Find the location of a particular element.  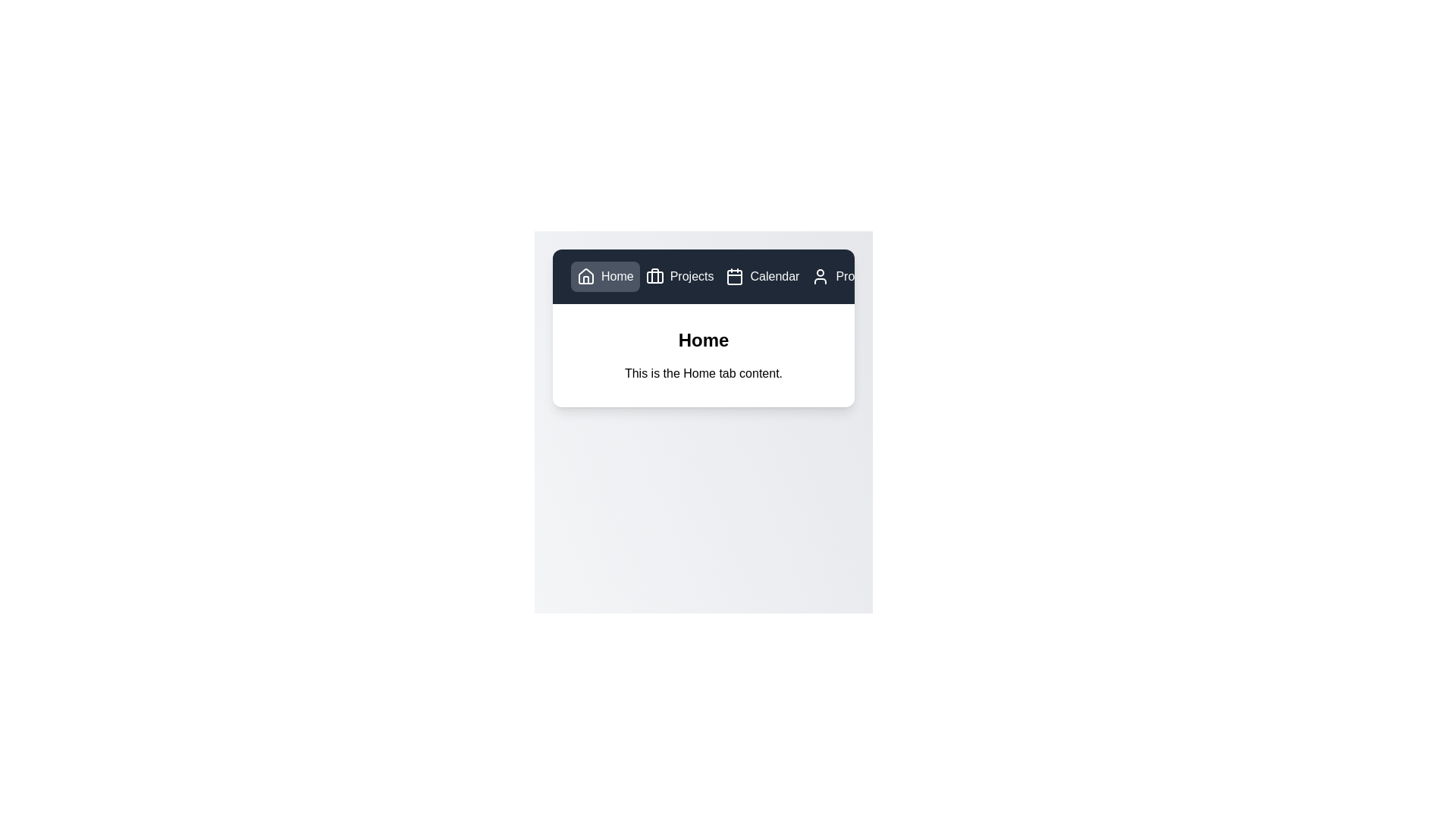

the Calendar tab by clicking on its button is located at coordinates (761, 277).